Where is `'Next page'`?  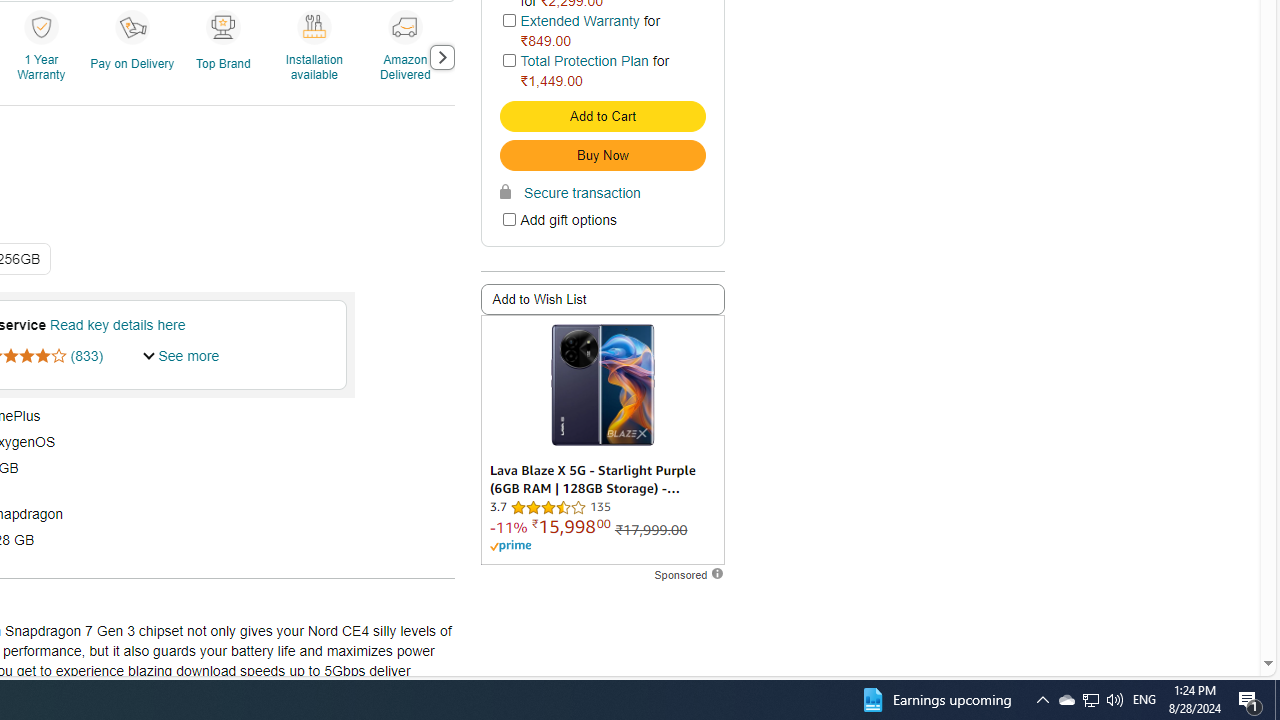
'Next page' is located at coordinates (440, 56).